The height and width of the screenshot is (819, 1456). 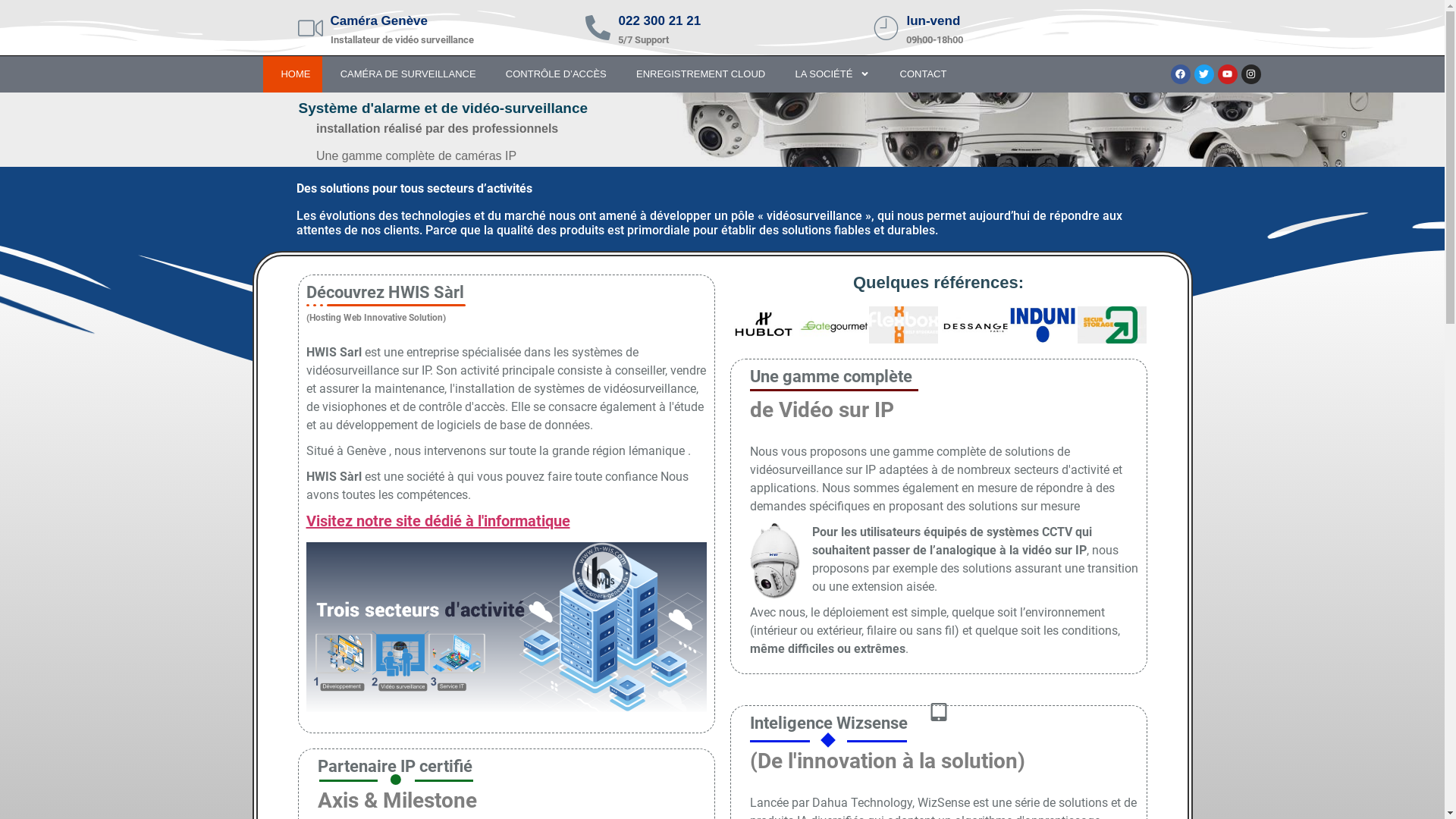 I want to click on '  HOME', so click(x=262, y=74).